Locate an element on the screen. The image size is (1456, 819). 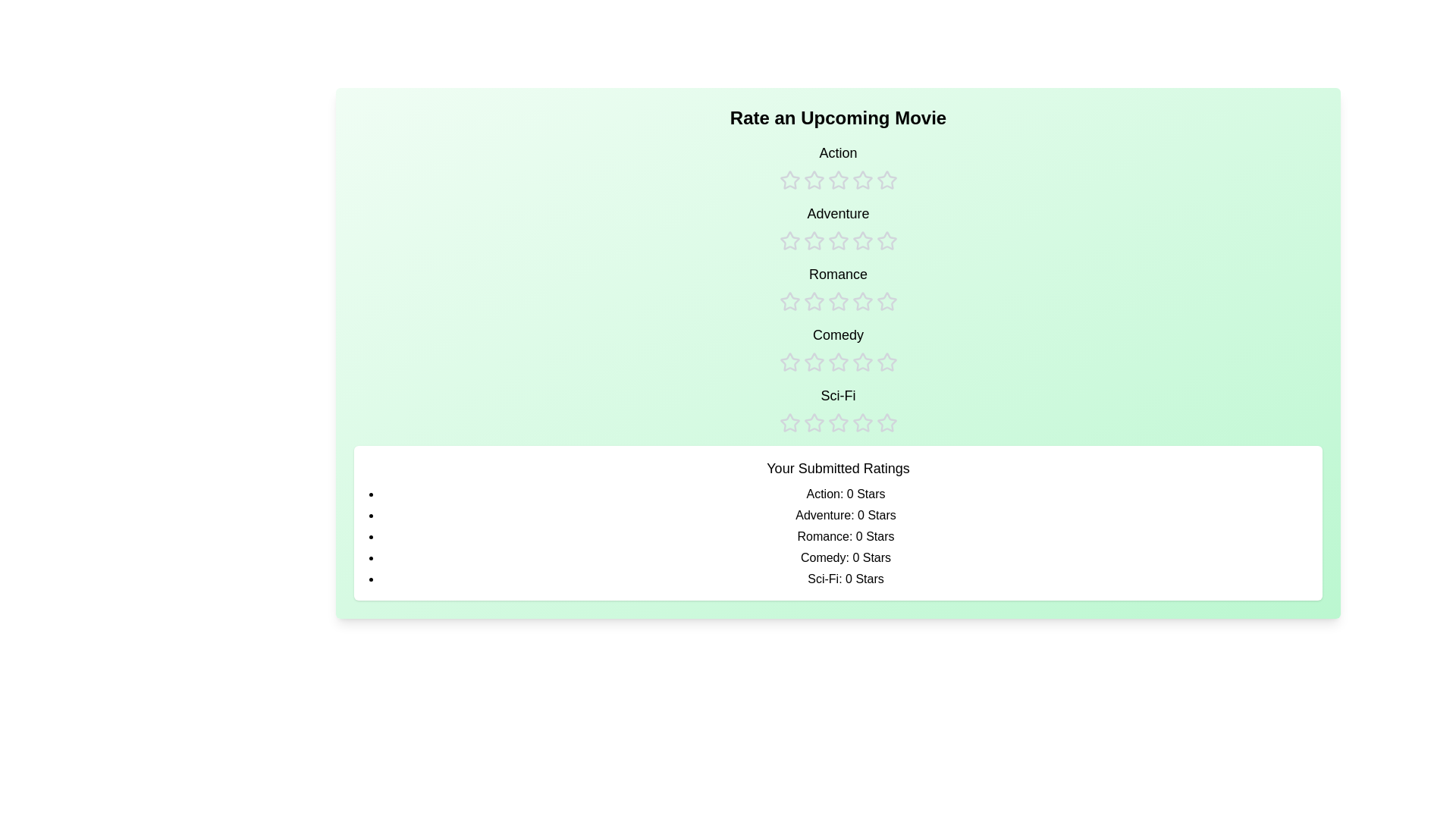
the rating for the Sci-Fi category to 4 stars is located at coordinates (862, 409).